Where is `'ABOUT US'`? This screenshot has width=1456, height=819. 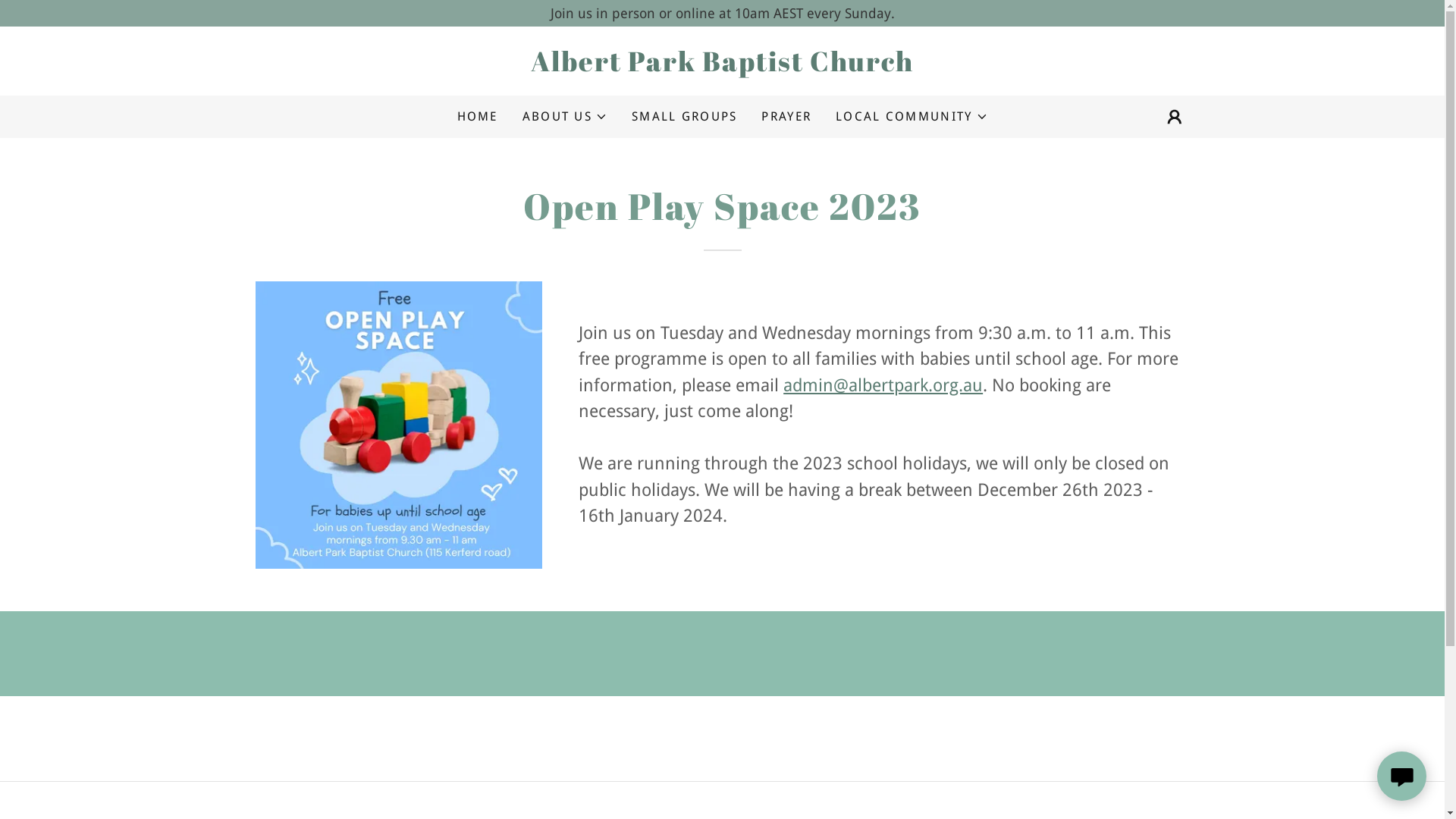 'ABOUT US' is located at coordinates (563, 116).